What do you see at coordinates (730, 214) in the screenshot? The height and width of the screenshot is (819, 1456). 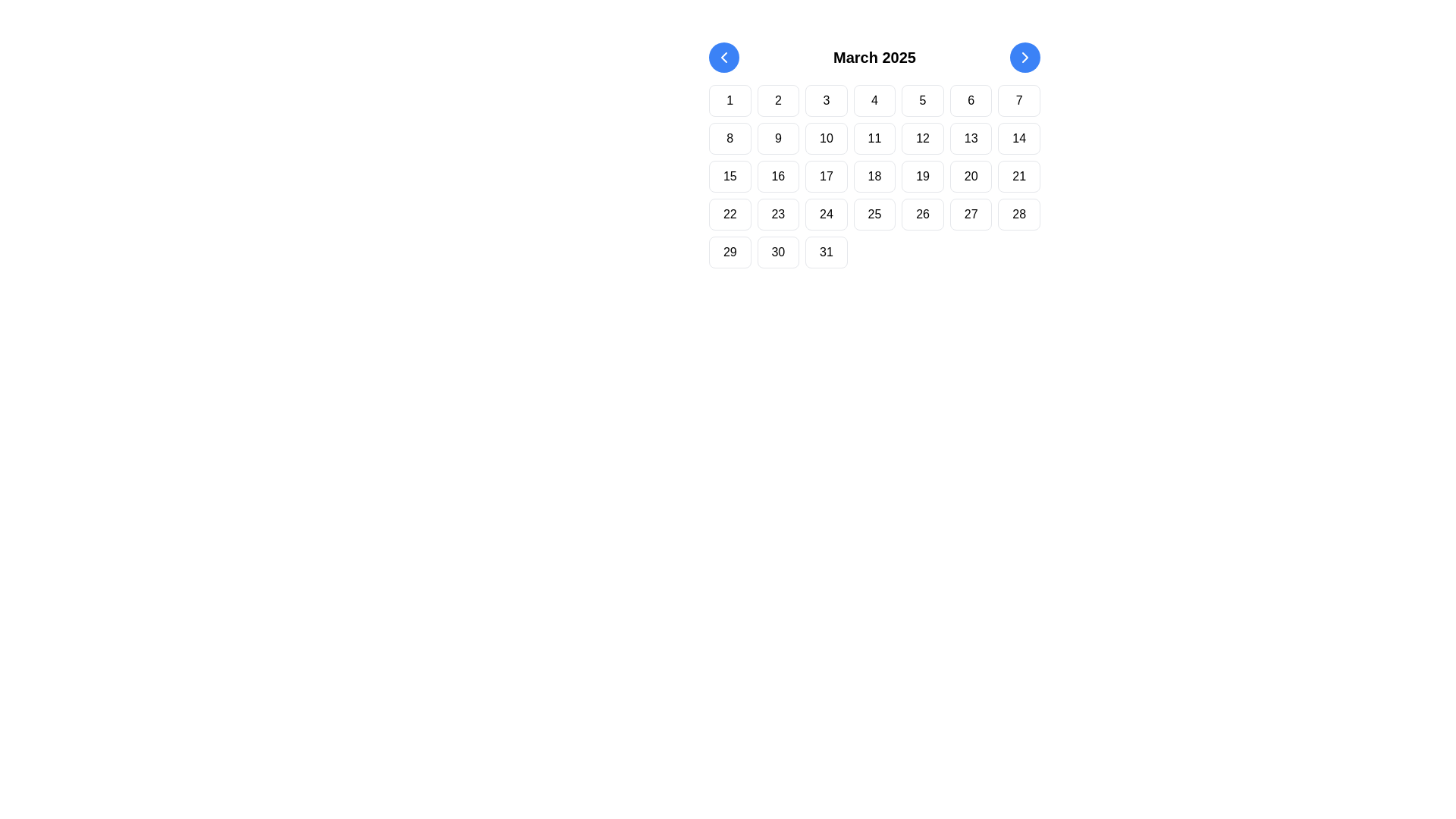 I see `the calendar button representing the 22nd day of March 2025, located in the fourth row and first column of the grid` at bounding box center [730, 214].